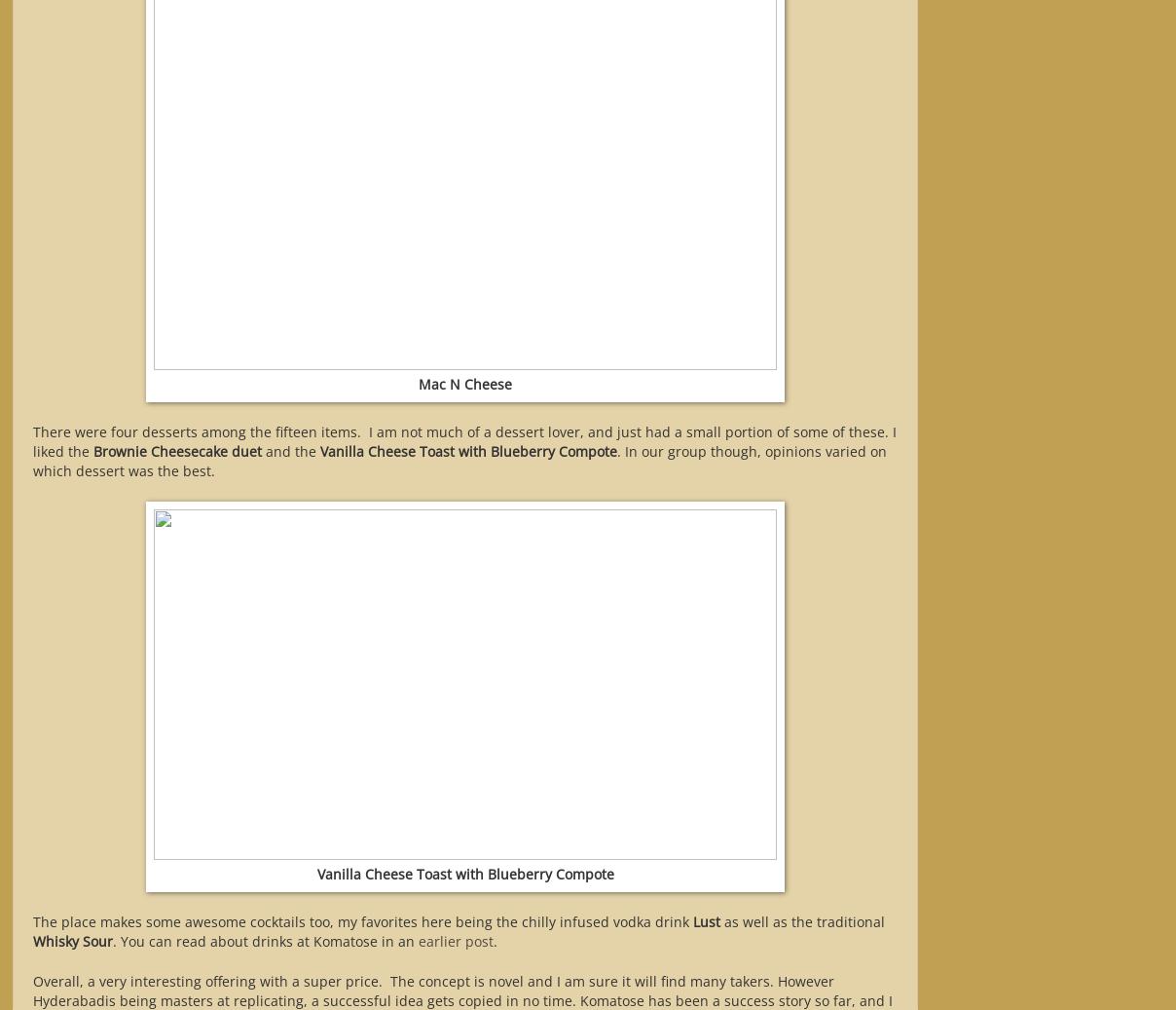 This screenshot has width=1176, height=1010. Describe the element at coordinates (802, 920) in the screenshot. I see `'as well as the traditional'` at that location.